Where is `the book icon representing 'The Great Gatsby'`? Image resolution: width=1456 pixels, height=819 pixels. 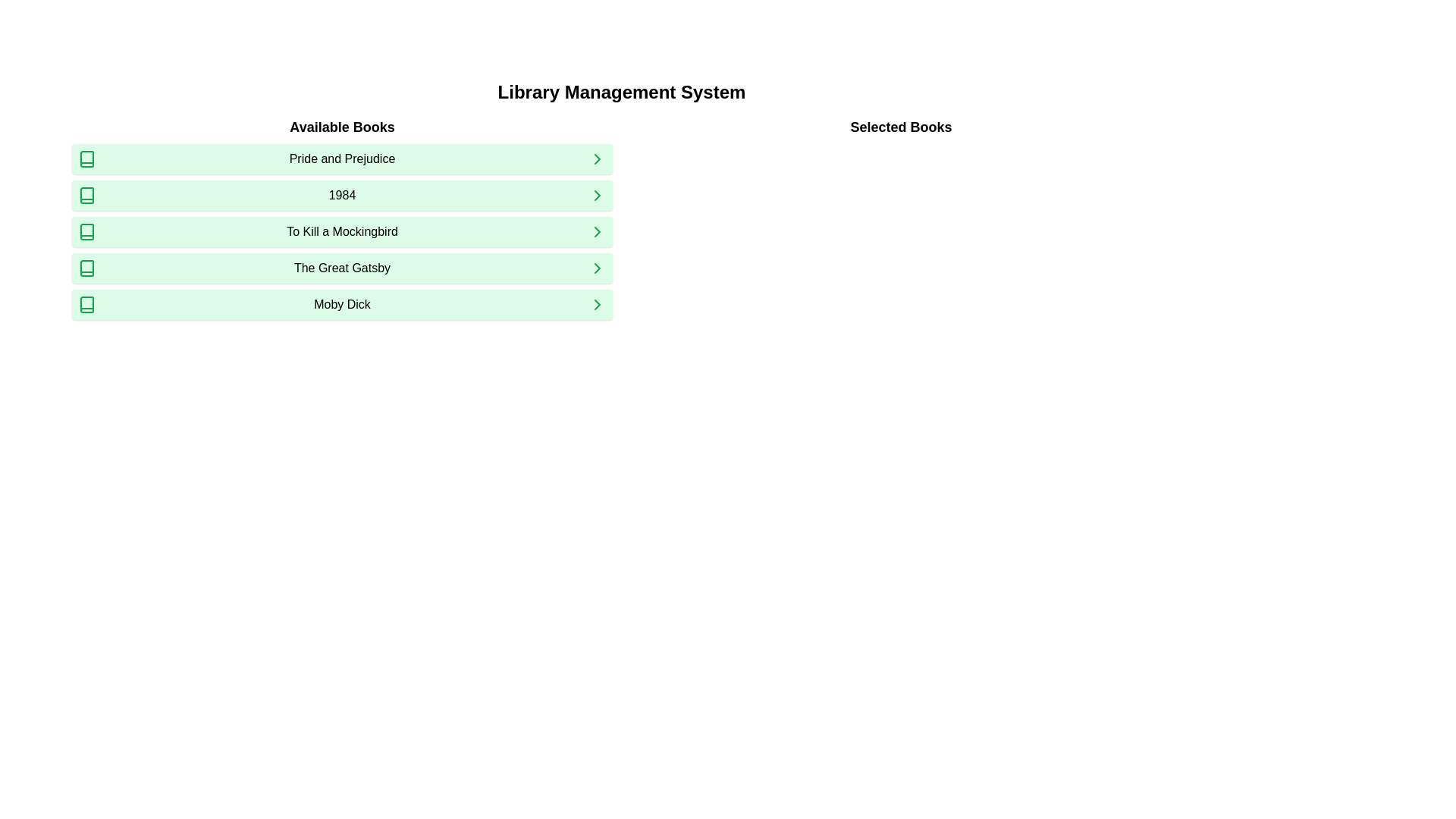 the book icon representing 'The Great Gatsby' is located at coordinates (86, 268).